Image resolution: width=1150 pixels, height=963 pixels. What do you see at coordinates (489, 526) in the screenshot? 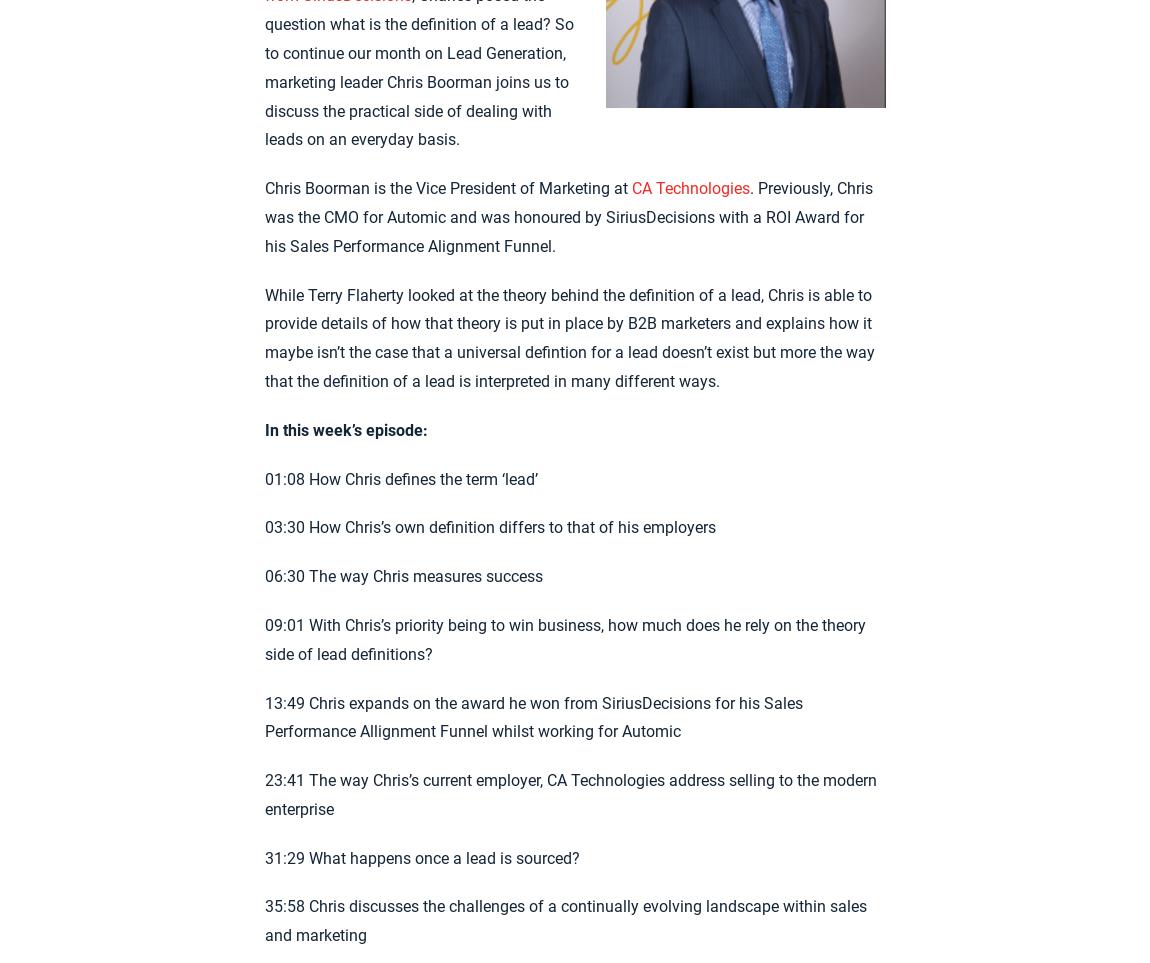
I see `'03:30 How Chris’s own definition differs to that of his employers'` at bounding box center [489, 526].